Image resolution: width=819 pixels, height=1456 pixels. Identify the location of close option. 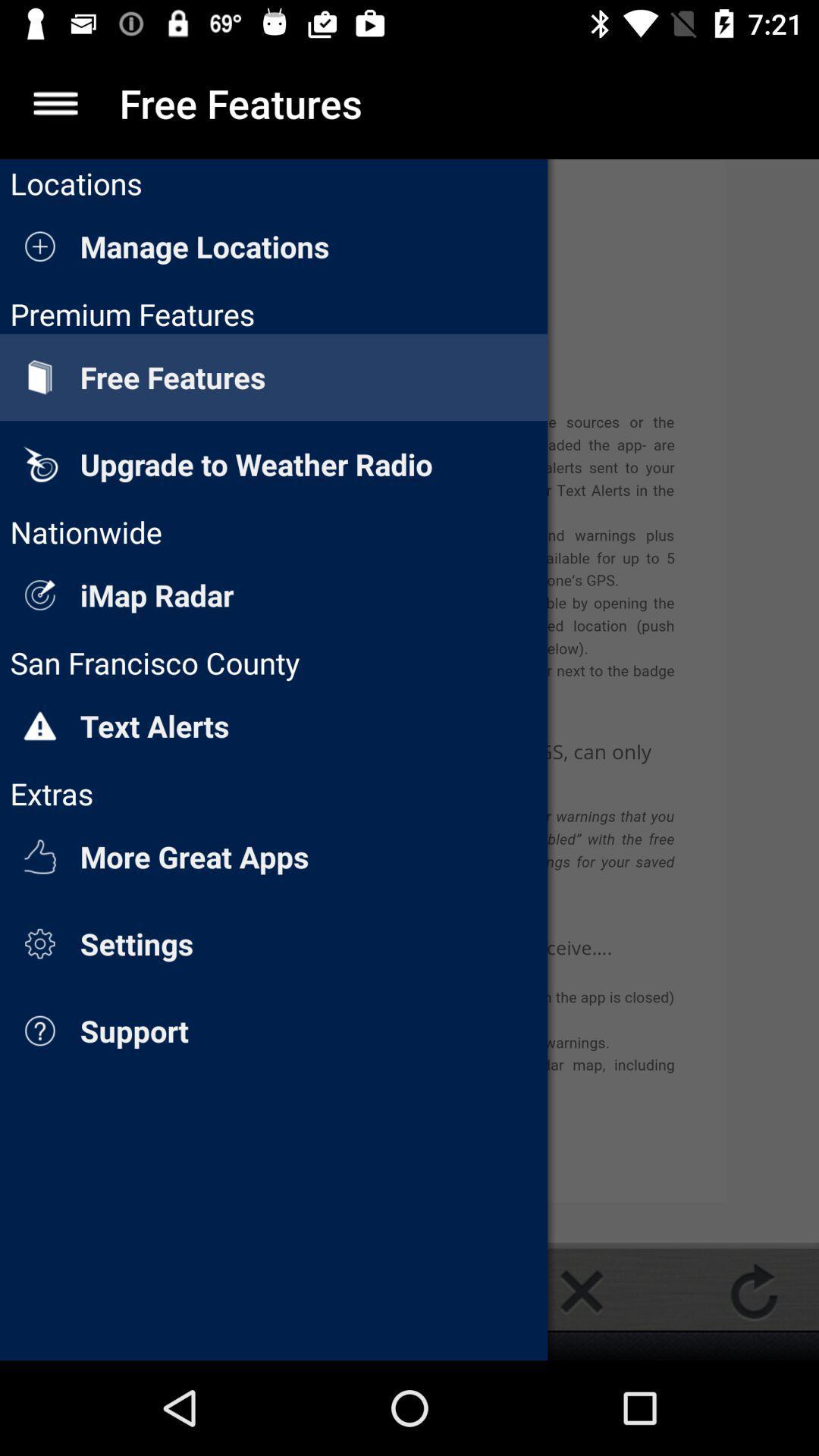
(581, 1291).